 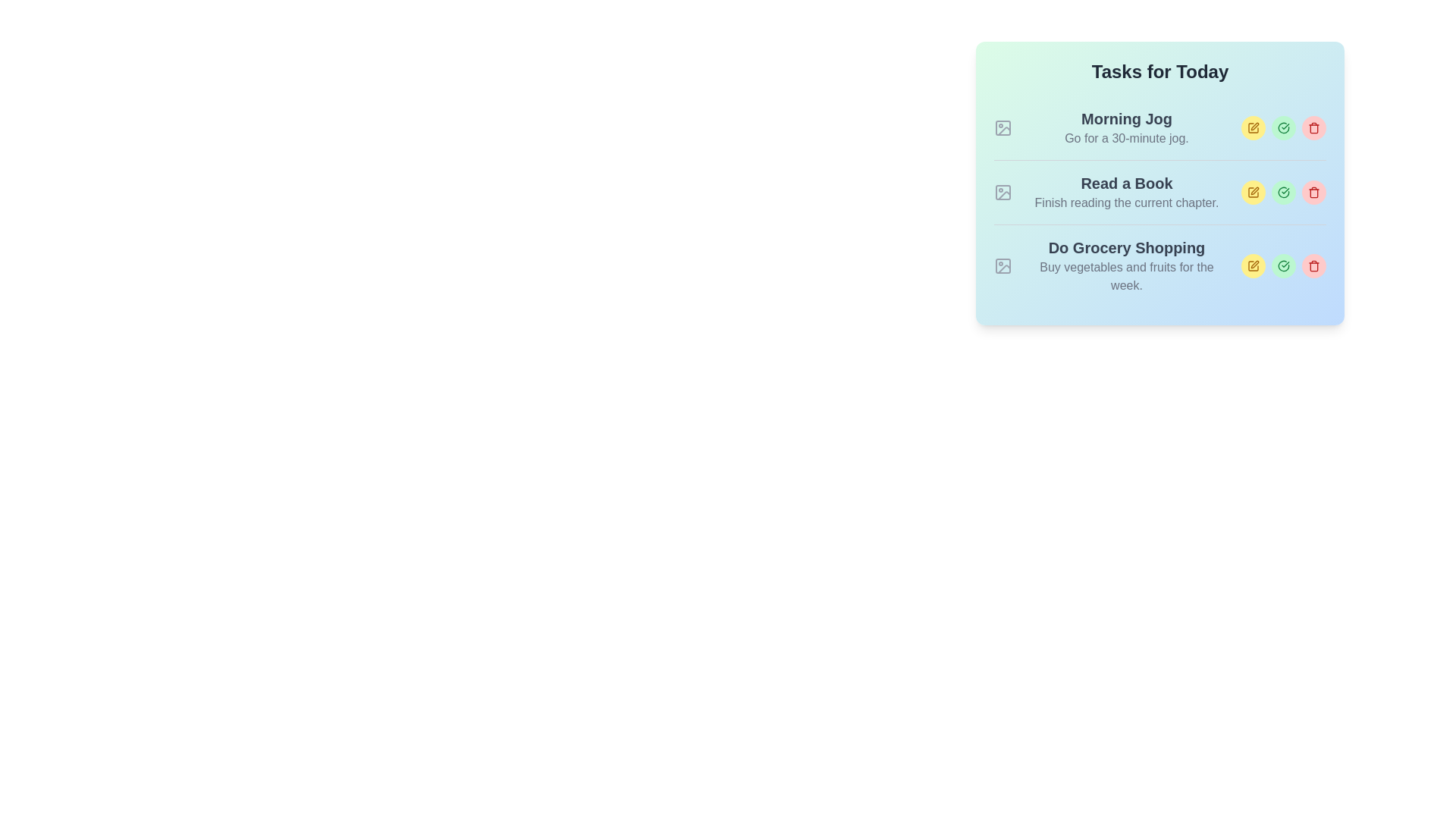 I want to click on the leftmost Edit Button icon with a pen symbol inside a yellow background to initiate task editing for the 'Do Grocery Shopping' task, so click(x=1253, y=265).